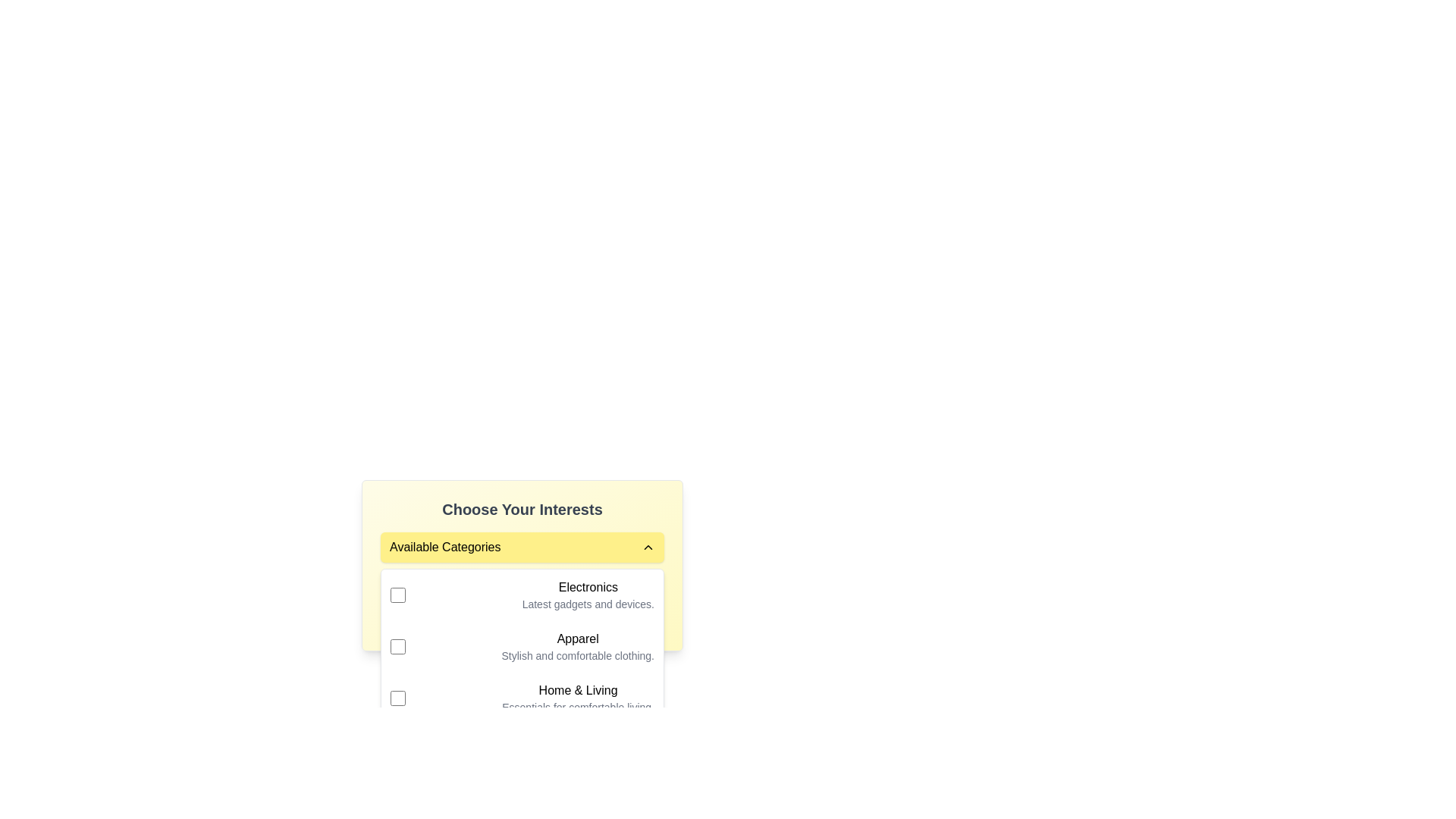 Image resolution: width=1456 pixels, height=819 pixels. I want to click on the light yellow rectangular dropdown menu labeled 'Available Categories', so click(522, 565).